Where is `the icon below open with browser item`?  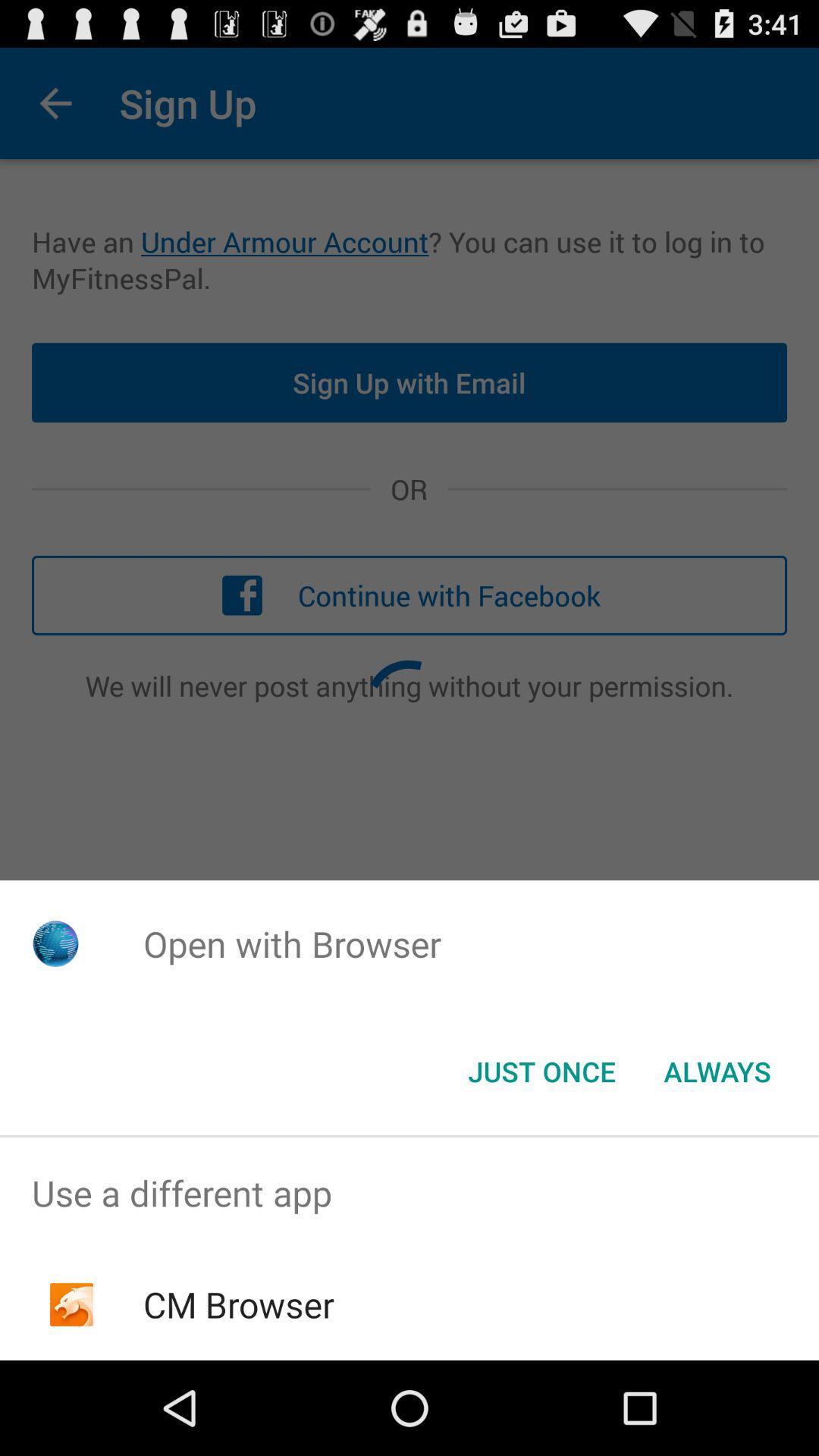
the icon below open with browser item is located at coordinates (541, 1070).